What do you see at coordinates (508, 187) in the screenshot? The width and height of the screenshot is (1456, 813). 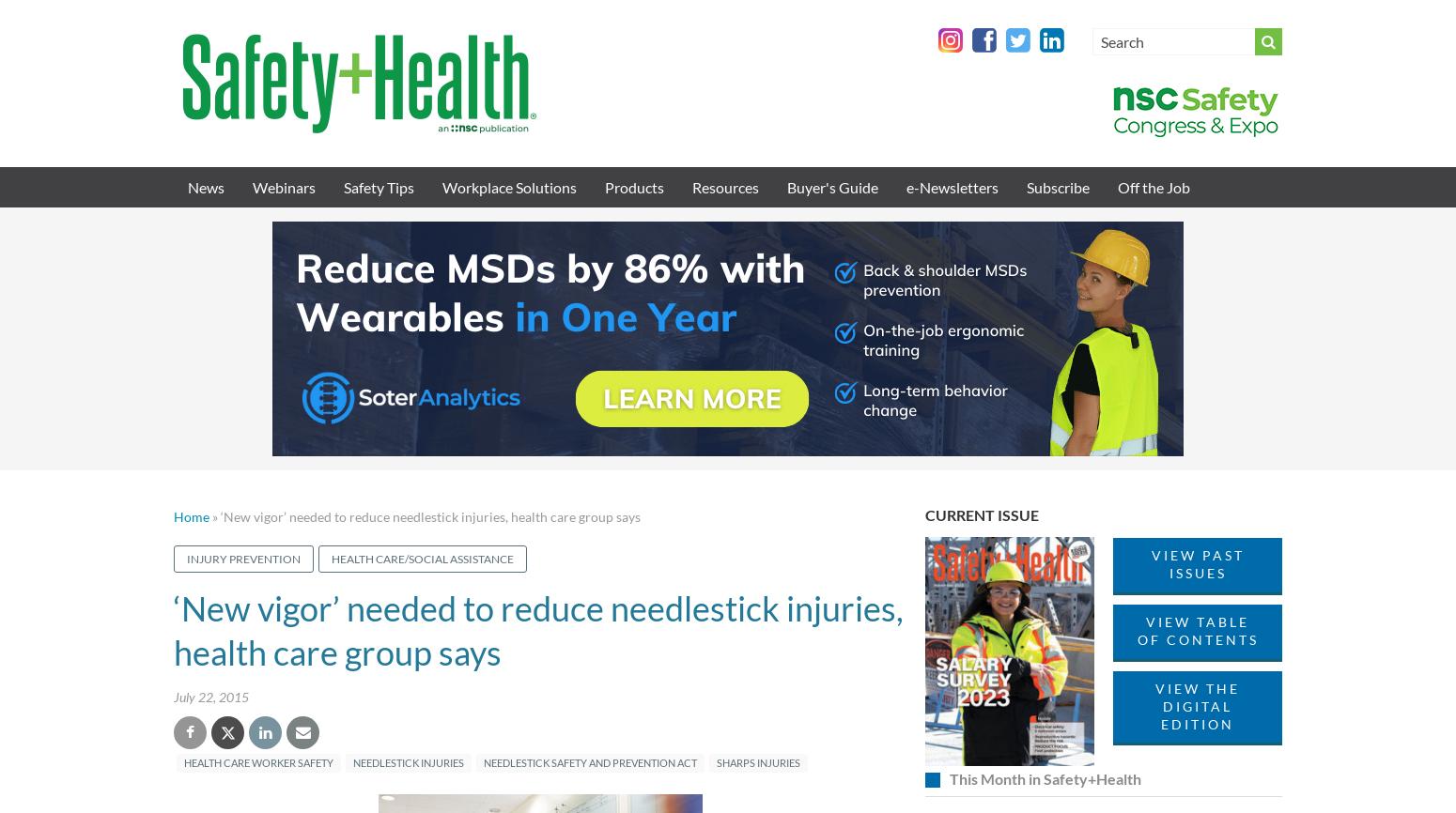 I see `'Workplace Solutions'` at bounding box center [508, 187].